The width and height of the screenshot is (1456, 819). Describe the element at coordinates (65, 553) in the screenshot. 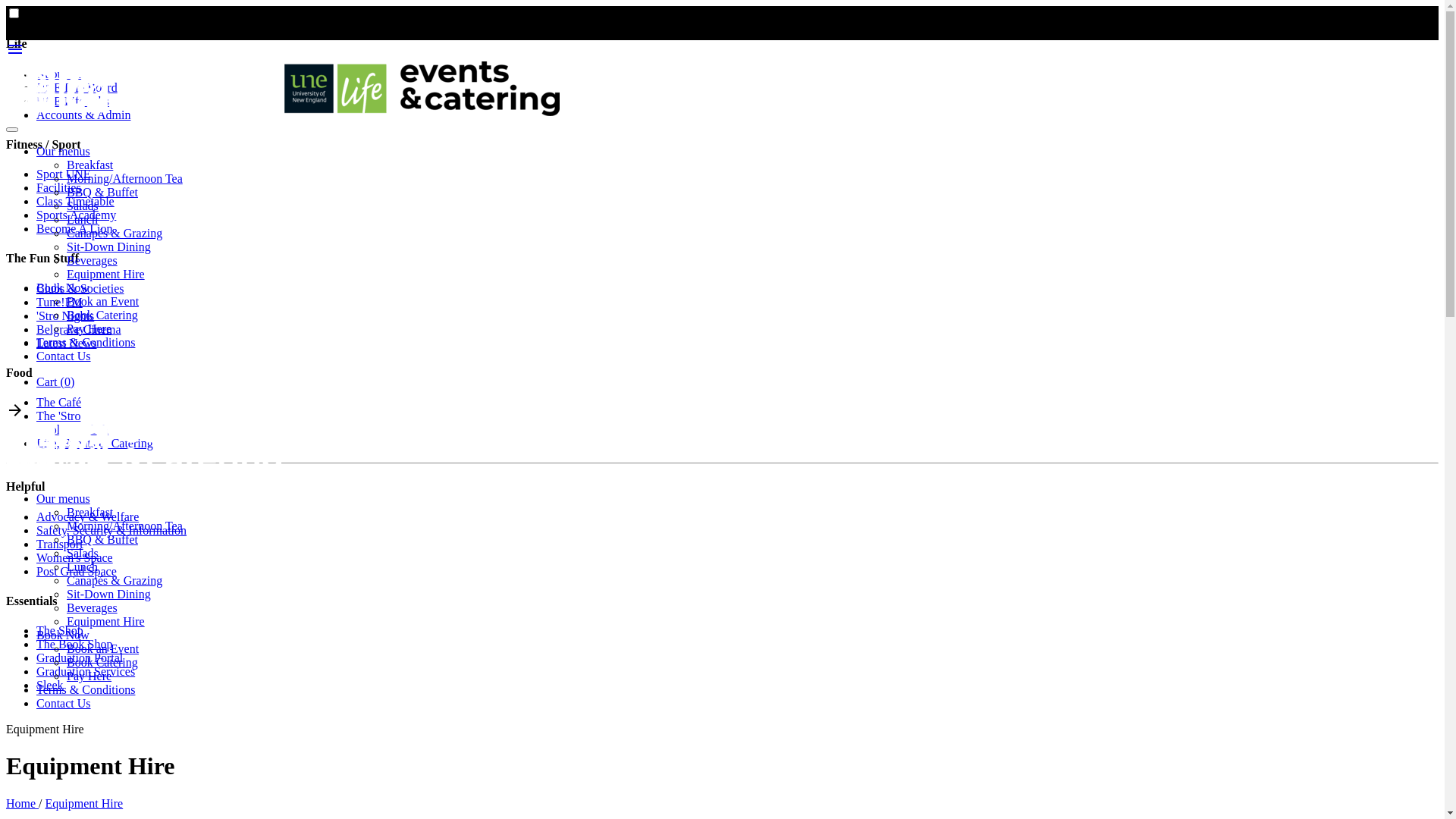

I see `'Salads'` at that location.